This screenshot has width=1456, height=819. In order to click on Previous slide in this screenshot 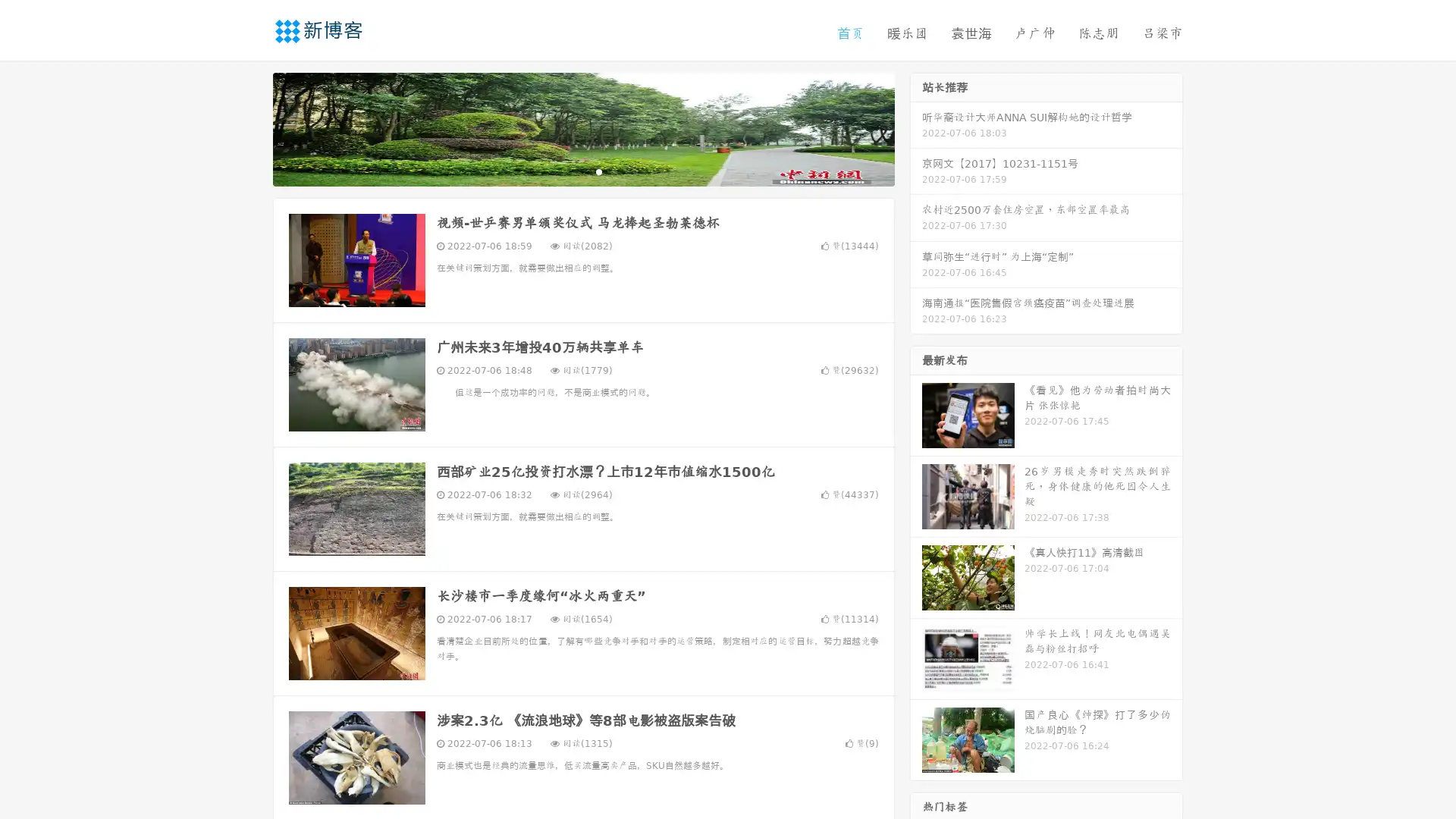, I will do `click(250, 127)`.